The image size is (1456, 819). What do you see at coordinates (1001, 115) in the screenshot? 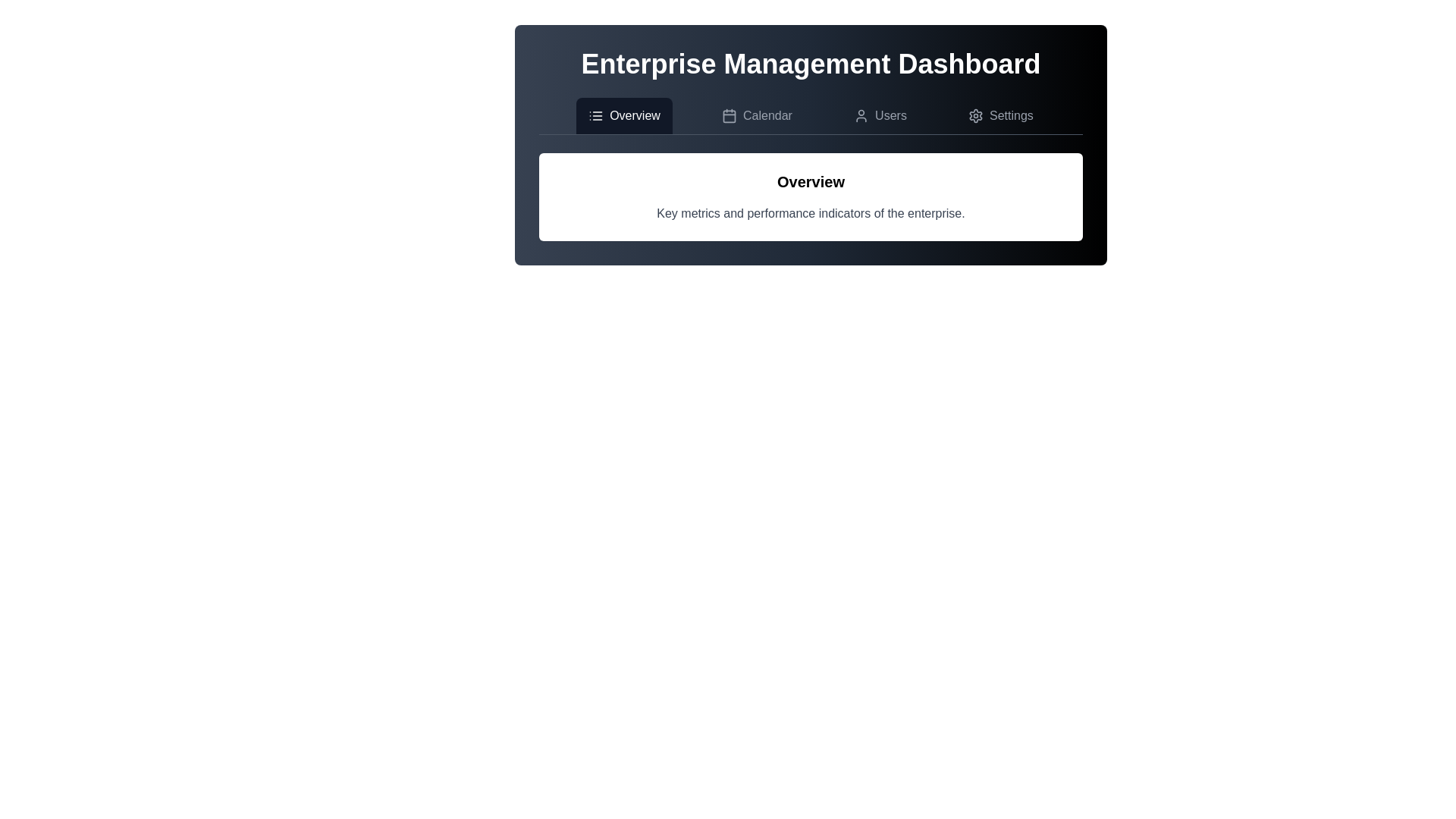
I see `the 'Settings' button, which is the fourth item in the horizontal menu bar at the top of the page, to change its appearance` at bounding box center [1001, 115].